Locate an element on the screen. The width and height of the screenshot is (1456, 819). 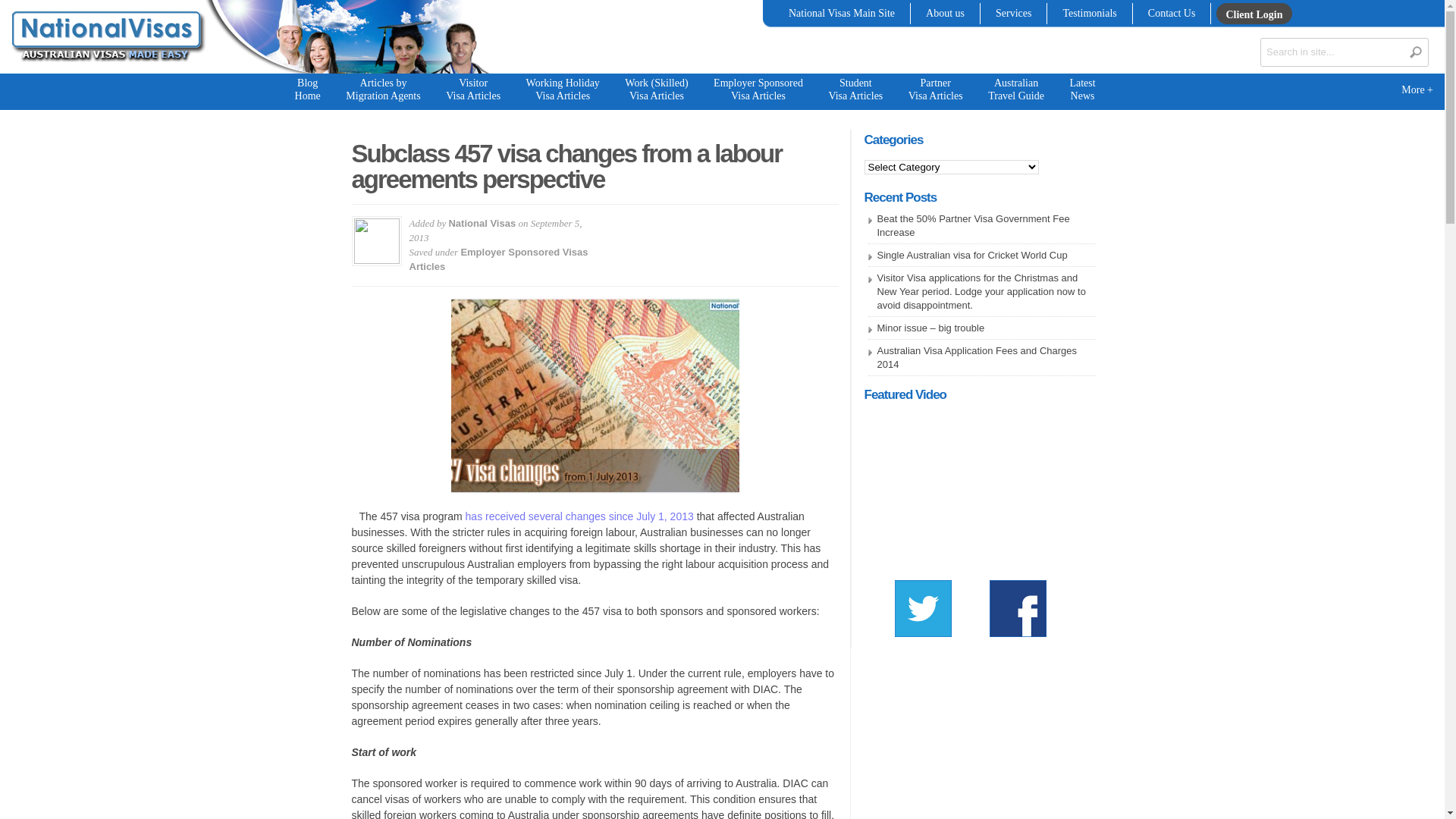
'Partner is located at coordinates (896, 90).